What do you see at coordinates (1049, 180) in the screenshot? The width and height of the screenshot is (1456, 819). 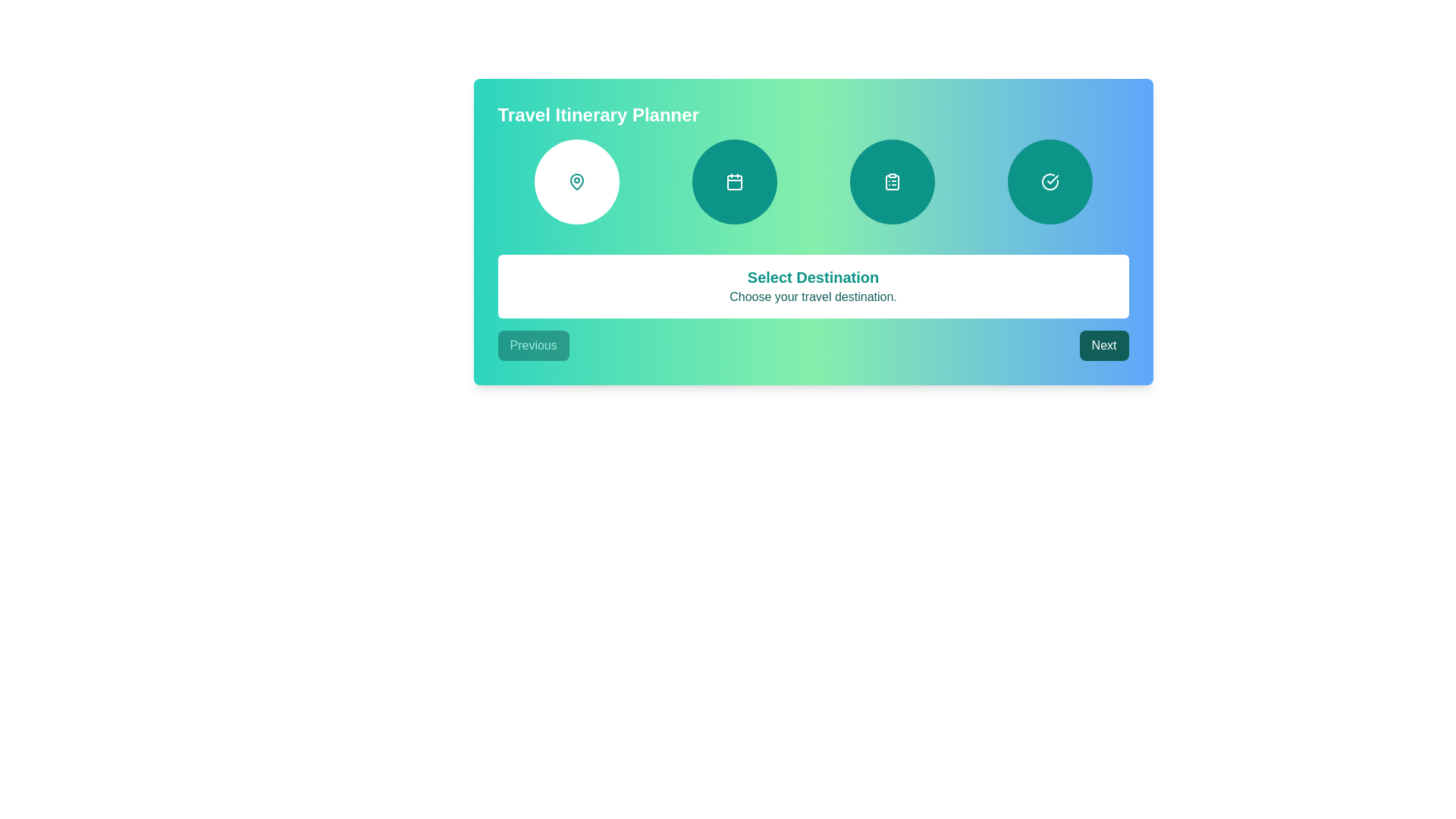 I see `the fourth button in a horizontal row, which indicates a selected or completed state with a check mark icon` at bounding box center [1049, 180].